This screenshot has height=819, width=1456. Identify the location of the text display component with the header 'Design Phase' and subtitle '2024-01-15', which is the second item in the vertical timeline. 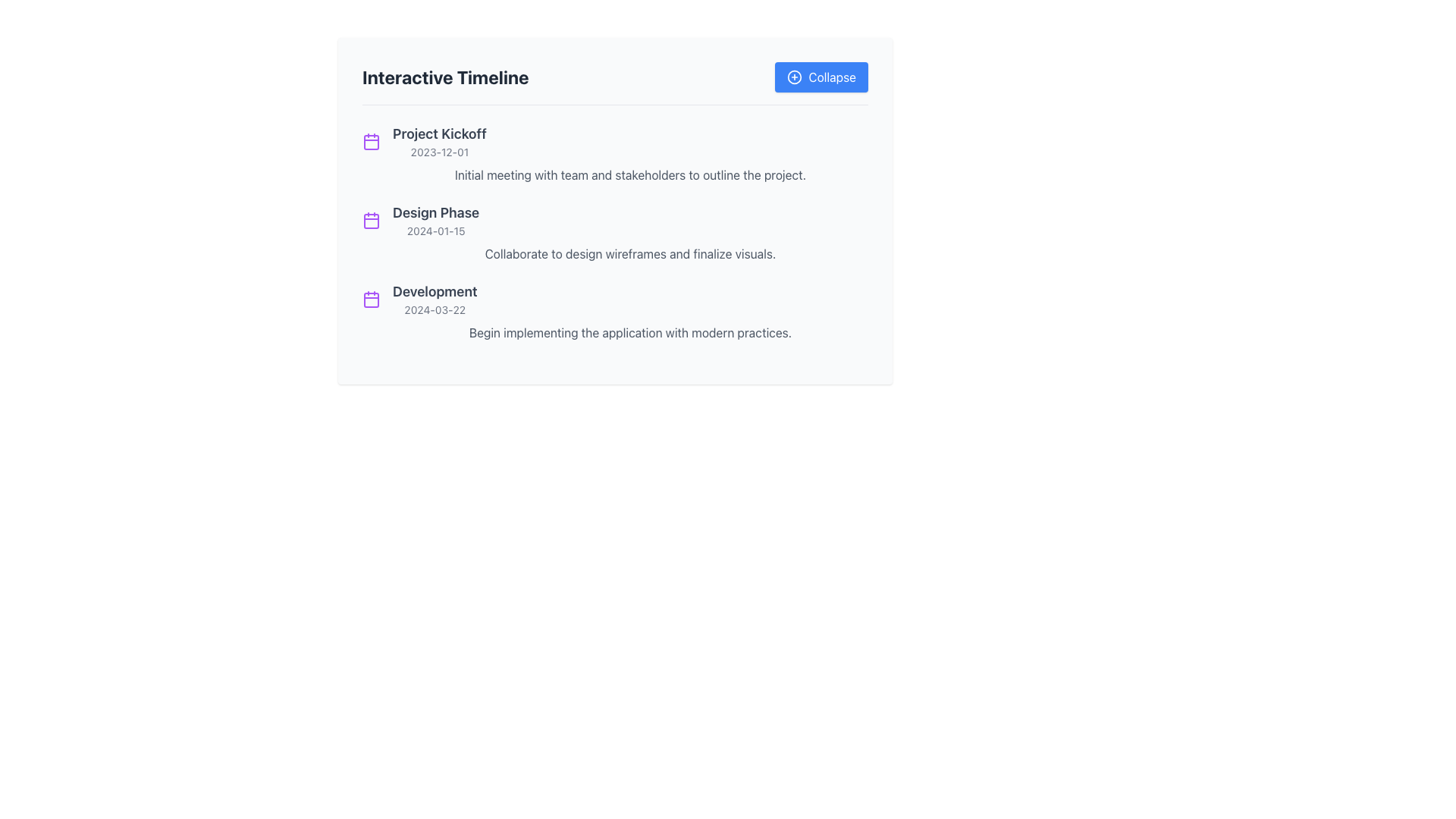
(435, 220).